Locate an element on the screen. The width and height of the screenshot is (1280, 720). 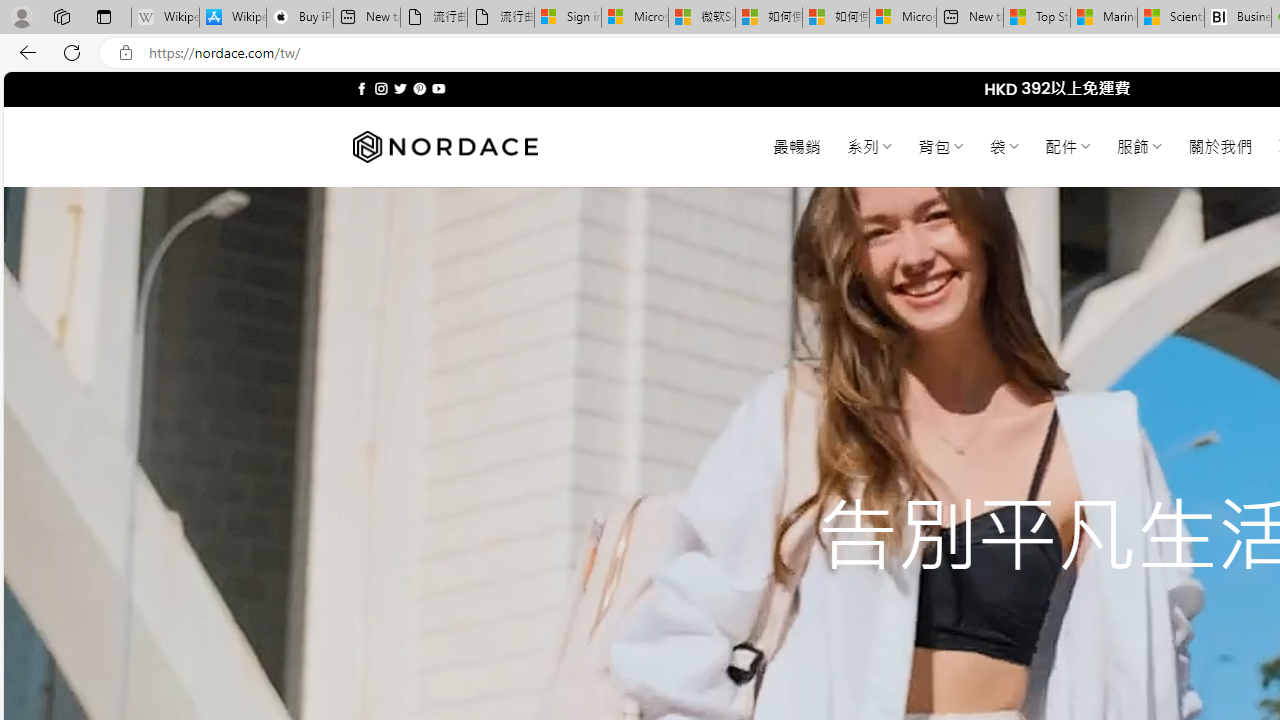
'Follow on Facebook' is located at coordinates (362, 88).